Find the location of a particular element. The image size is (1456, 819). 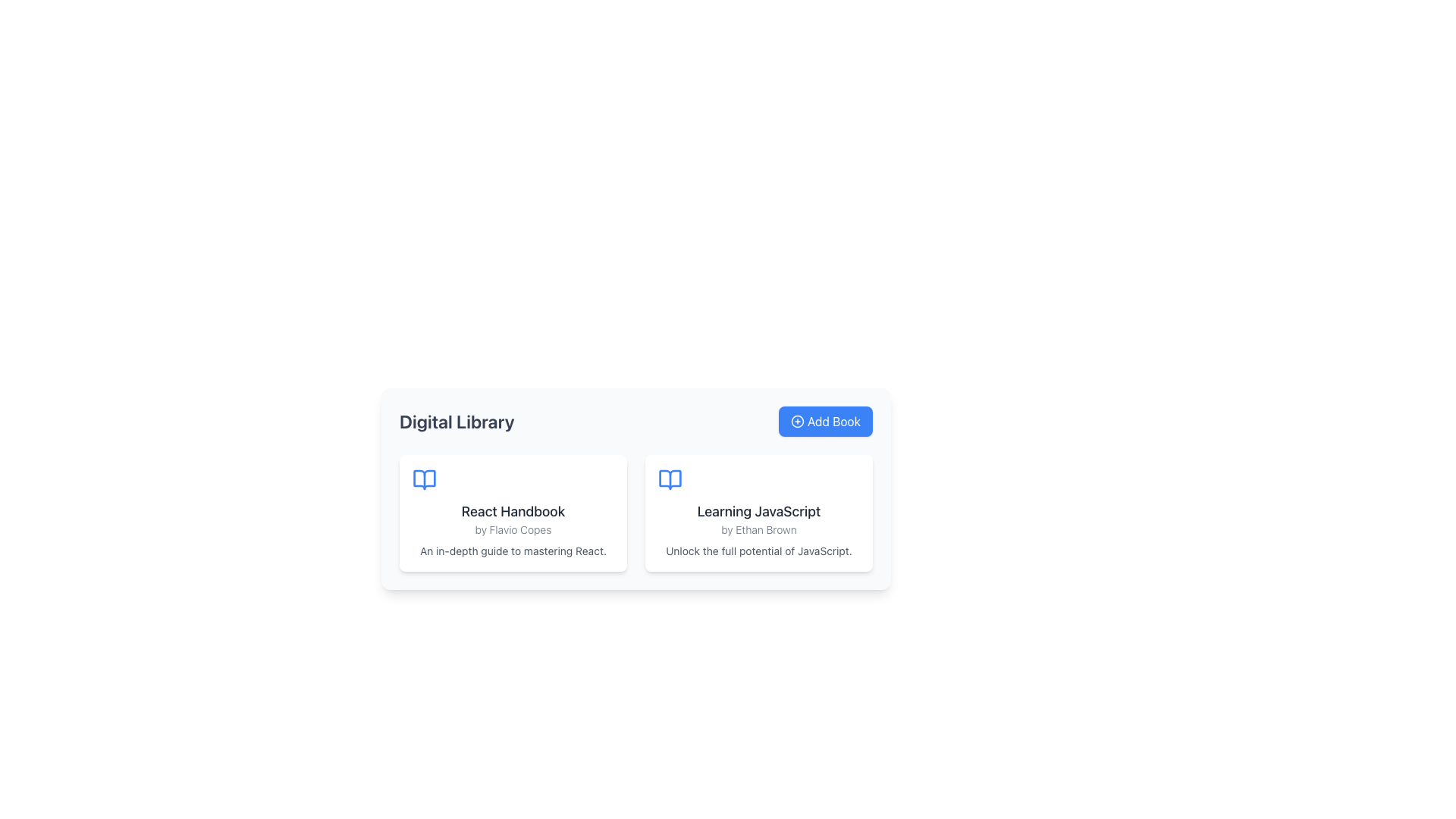

the 'React Handbook' card, which has a white background and a blue book icon is located at coordinates (513, 513).